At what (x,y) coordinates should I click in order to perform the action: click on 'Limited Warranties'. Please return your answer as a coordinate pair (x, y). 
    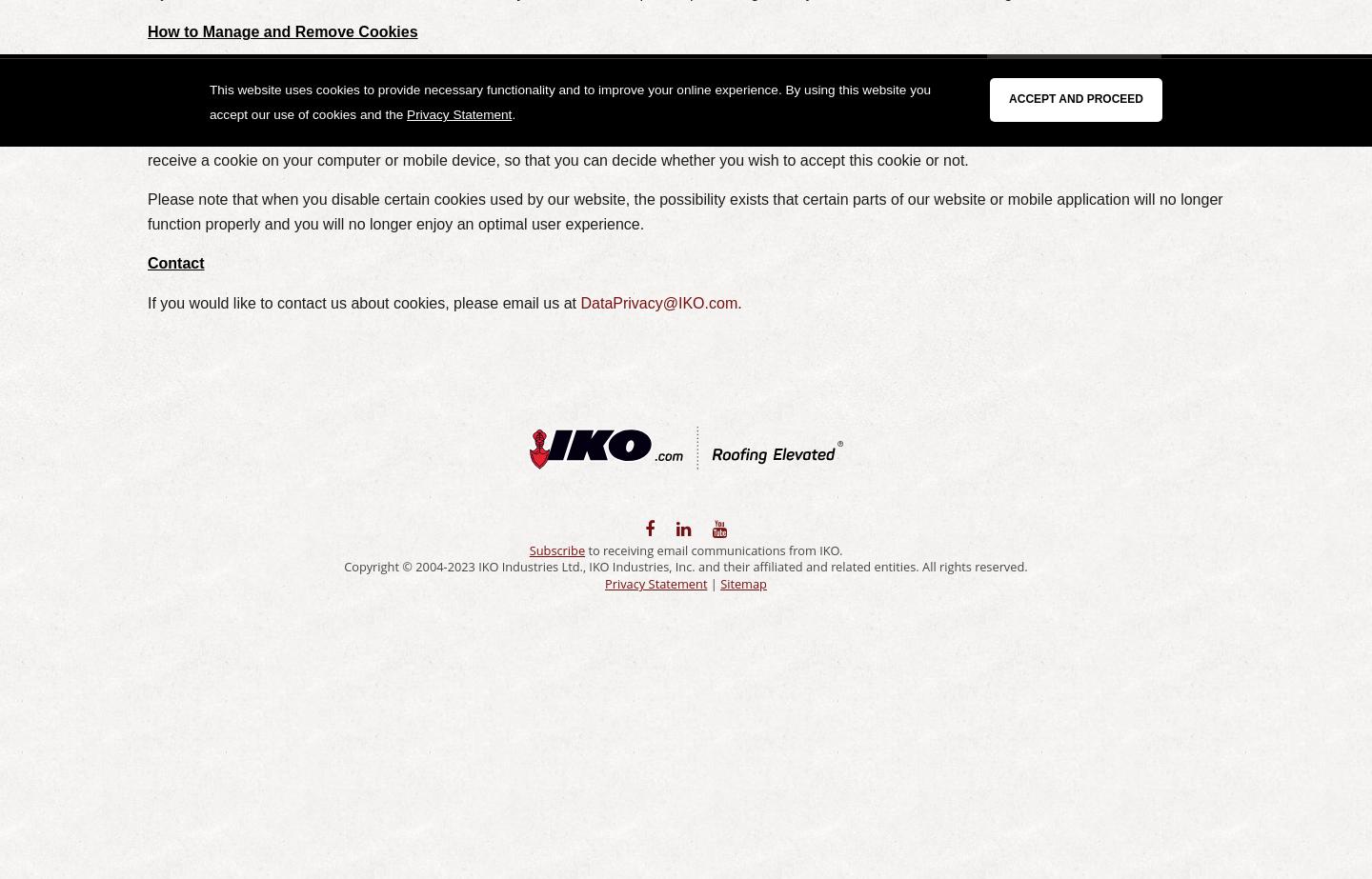
    Looking at the image, I should click on (633, 76).